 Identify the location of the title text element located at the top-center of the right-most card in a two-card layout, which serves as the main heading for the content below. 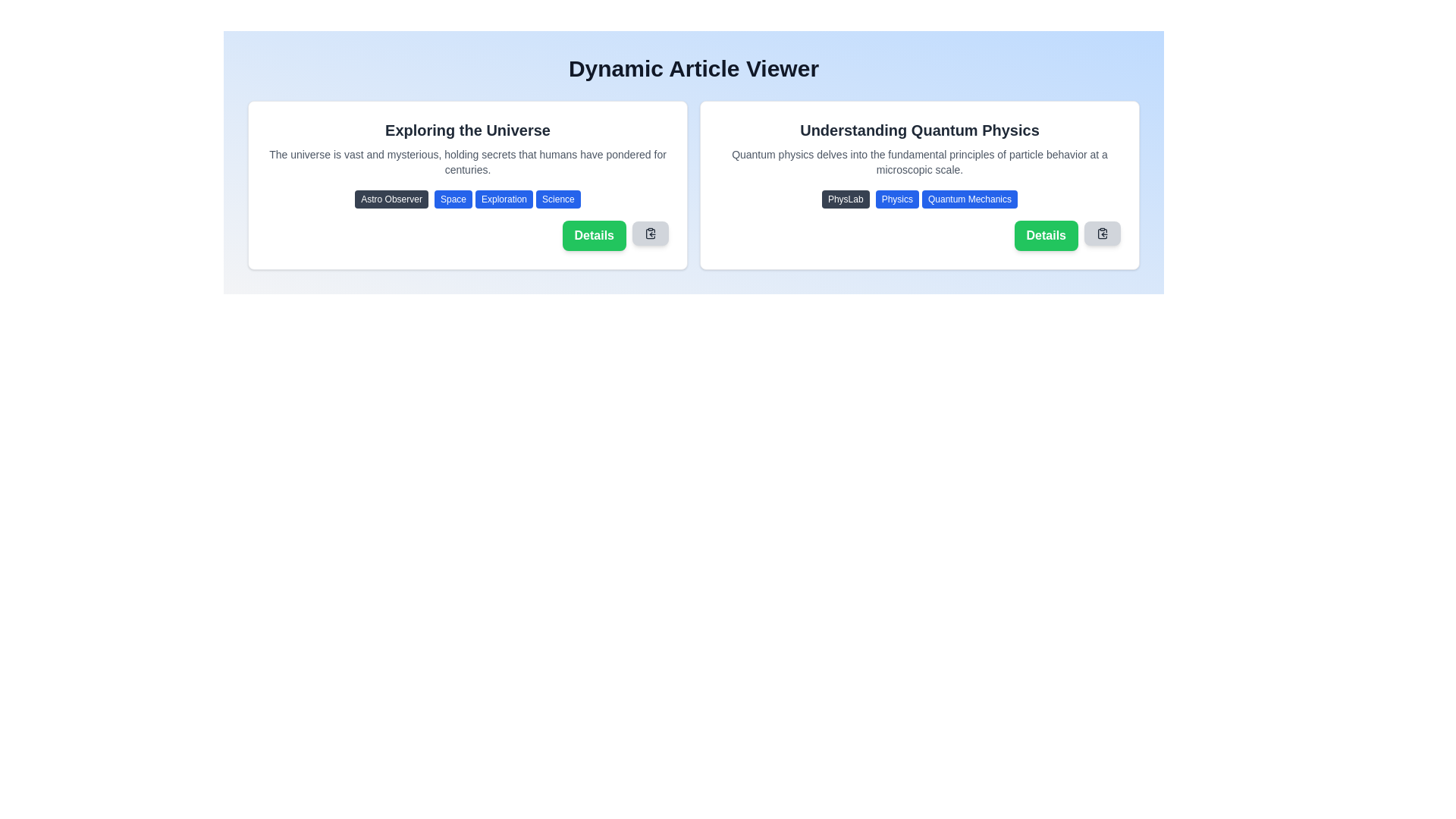
(919, 130).